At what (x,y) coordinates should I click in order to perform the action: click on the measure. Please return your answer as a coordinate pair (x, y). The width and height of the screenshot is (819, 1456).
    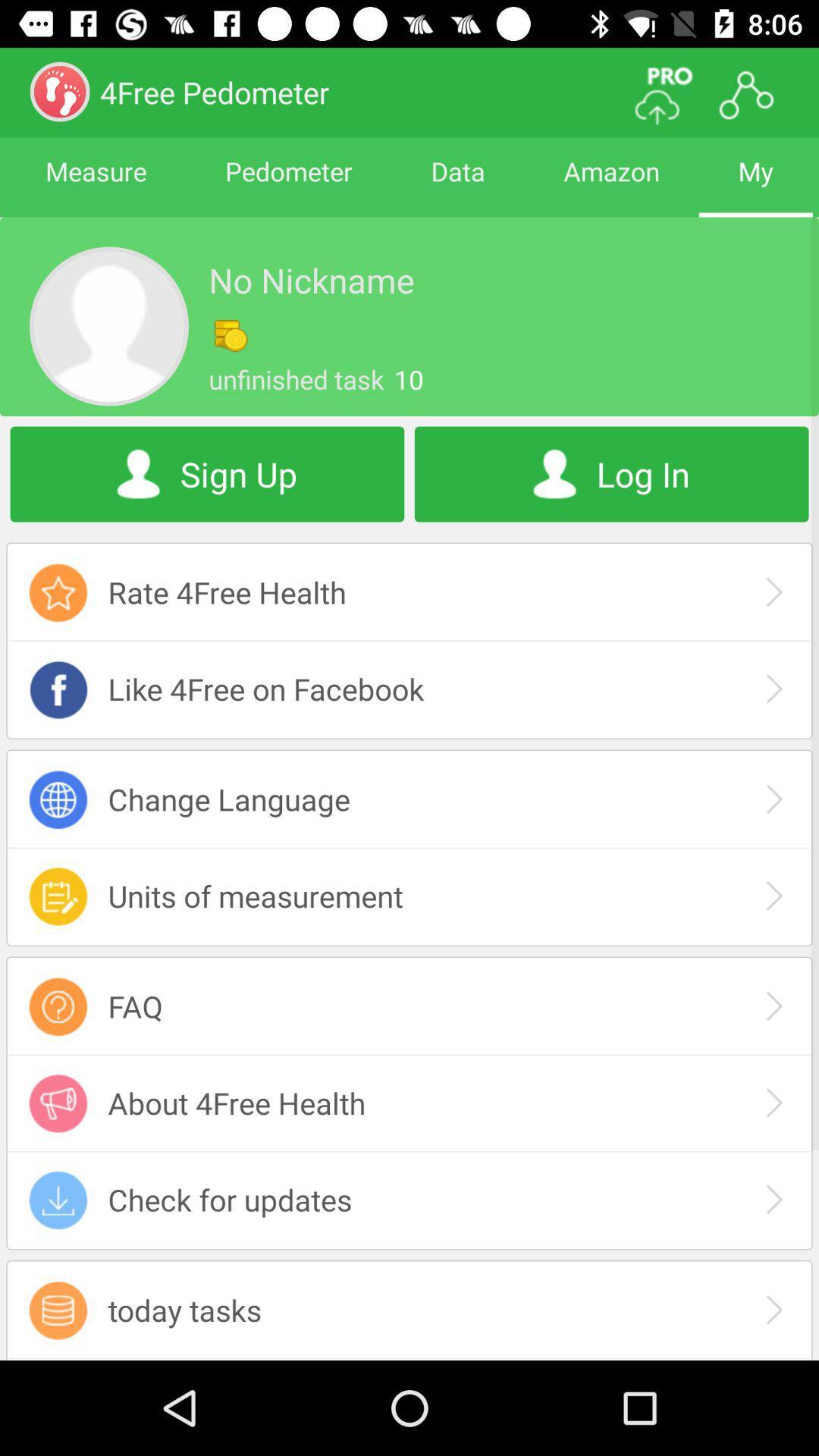
    Looking at the image, I should click on (96, 184).